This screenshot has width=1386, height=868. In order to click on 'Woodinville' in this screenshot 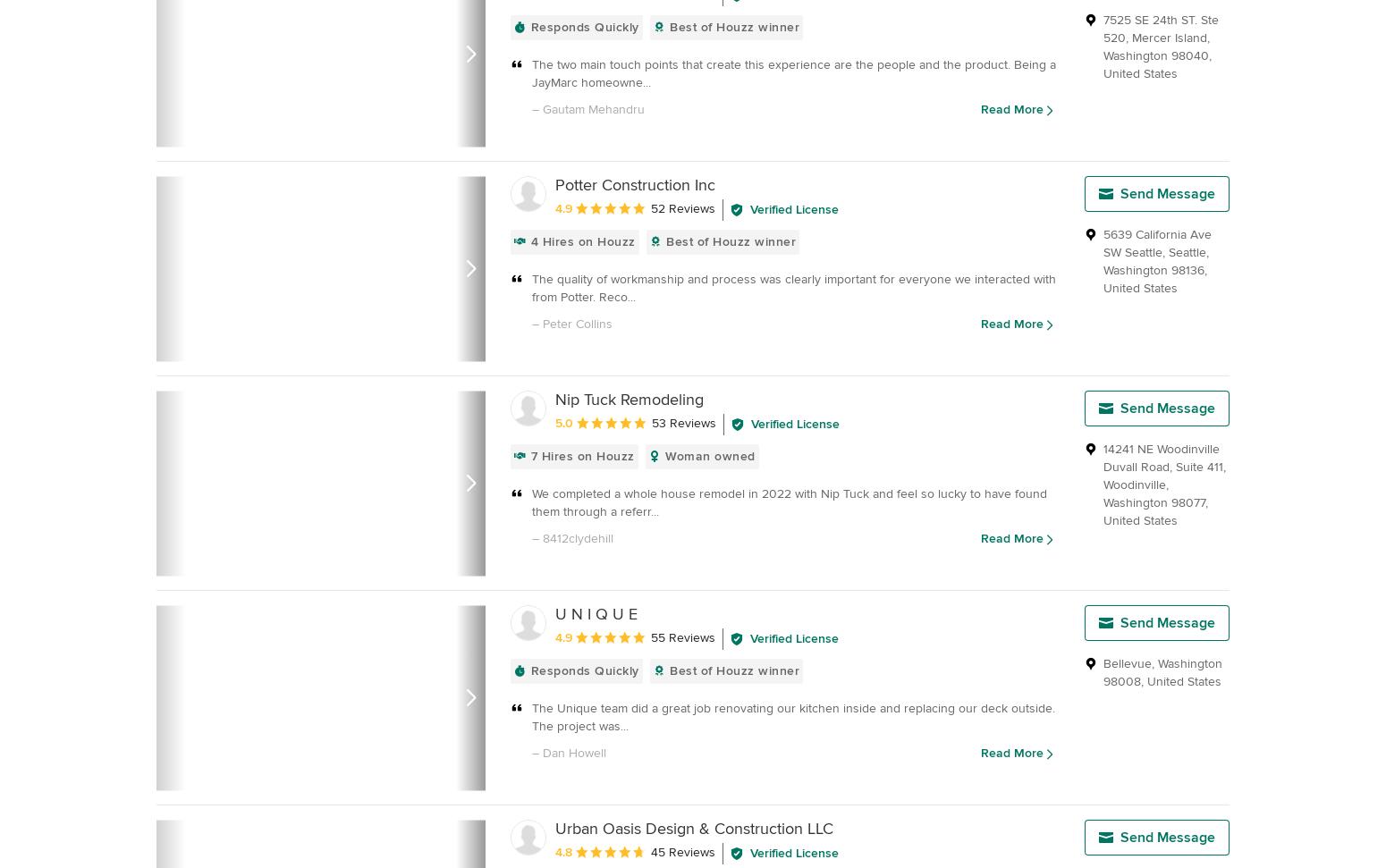, I will do `click(1133, 485)`.